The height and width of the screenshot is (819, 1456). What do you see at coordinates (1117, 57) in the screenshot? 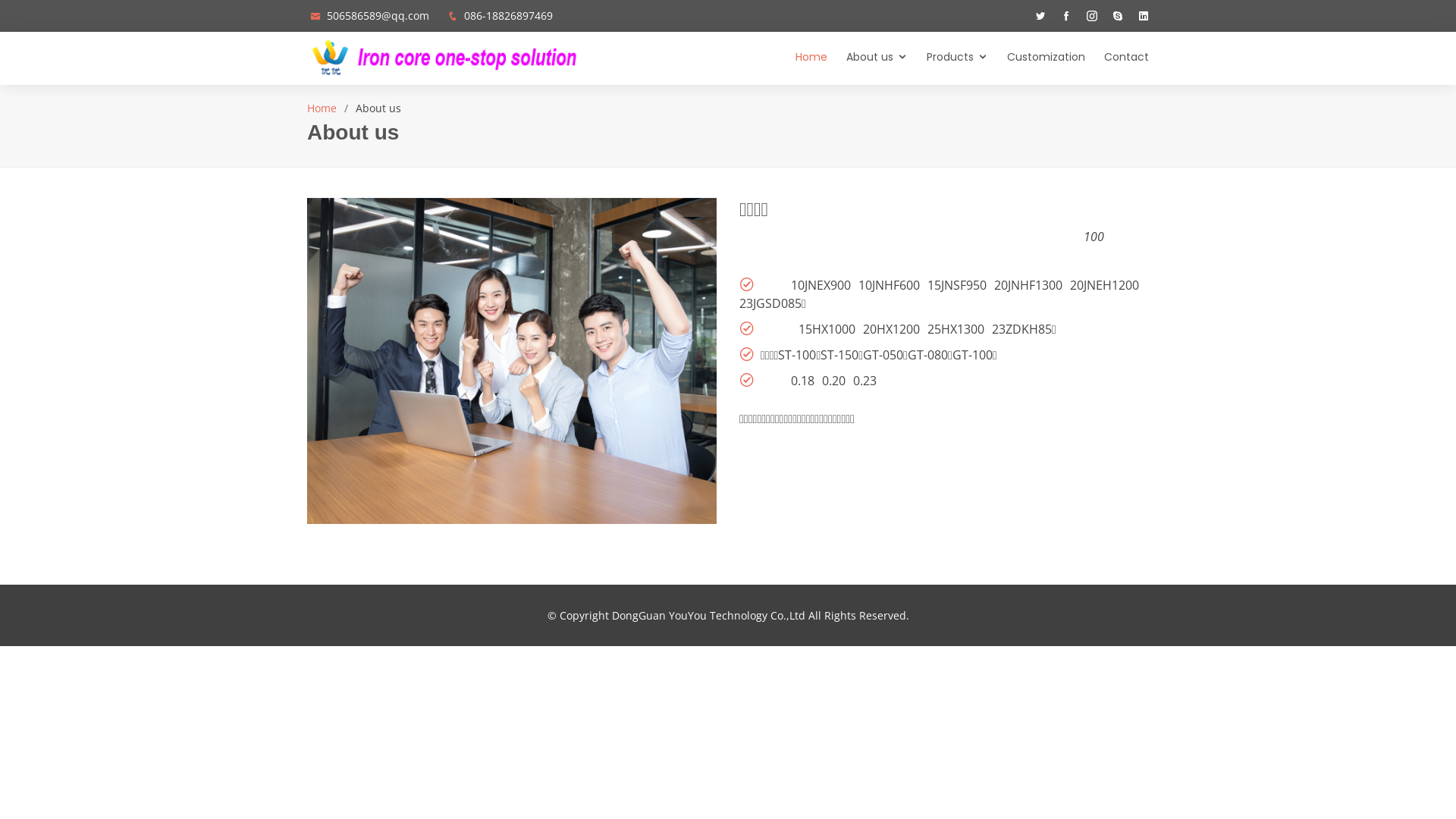
I see `'Contact'` at bounding box center [1117, 57].